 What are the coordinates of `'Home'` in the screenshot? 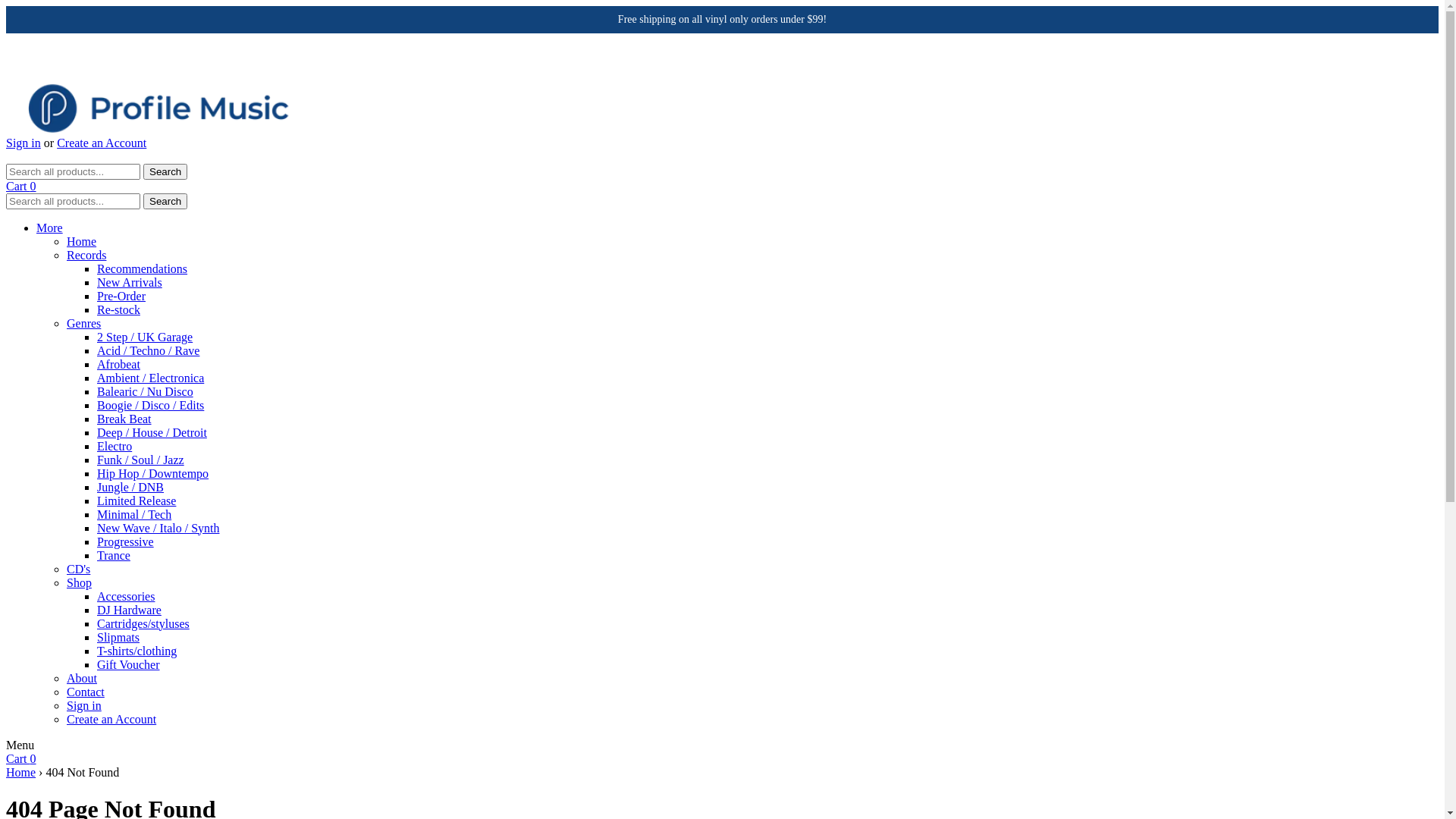 It's located at (6, 772).